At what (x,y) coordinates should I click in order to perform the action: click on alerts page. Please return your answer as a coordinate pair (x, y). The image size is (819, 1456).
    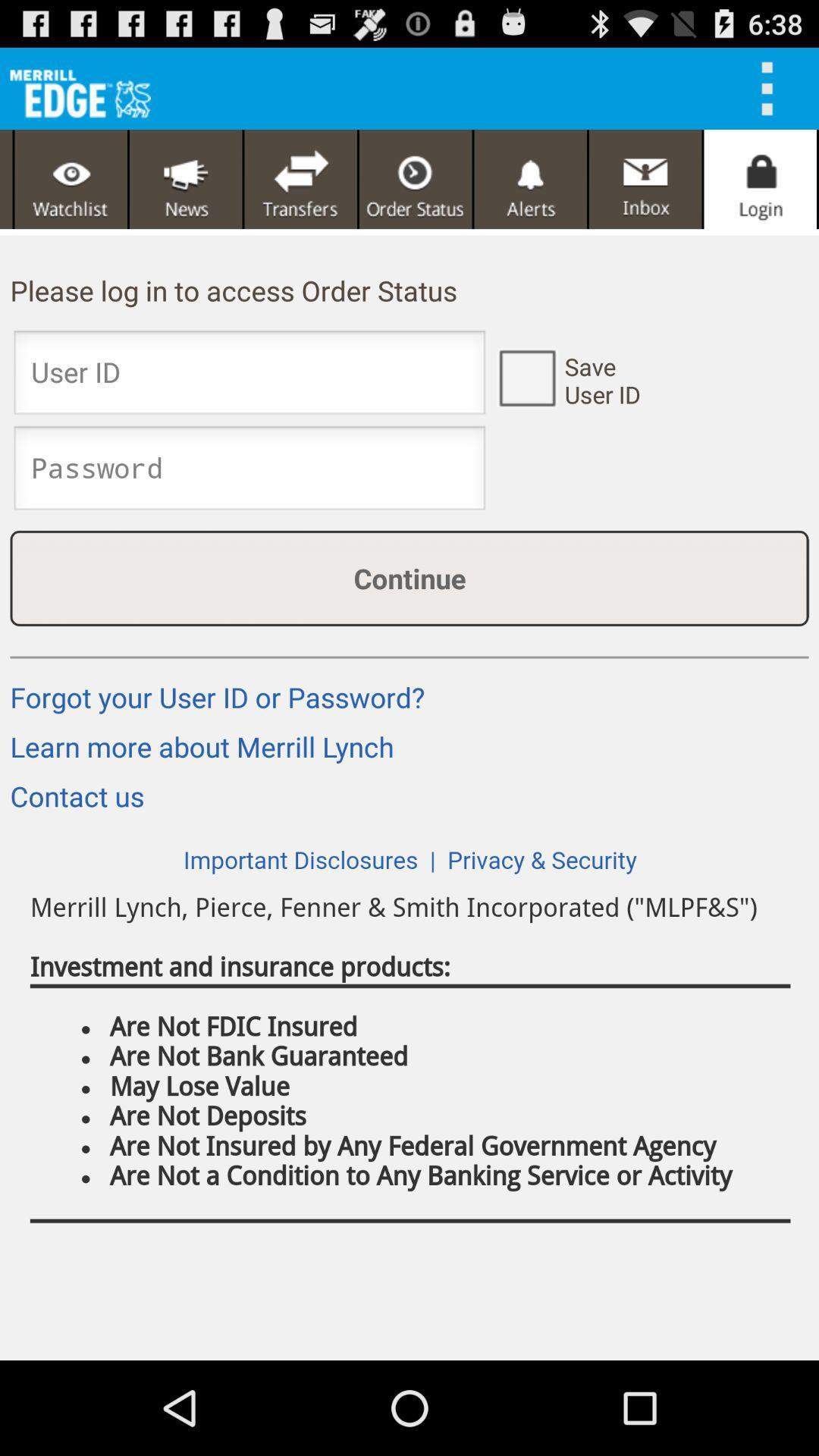
    Looking at the image, I should click on (529, 179).